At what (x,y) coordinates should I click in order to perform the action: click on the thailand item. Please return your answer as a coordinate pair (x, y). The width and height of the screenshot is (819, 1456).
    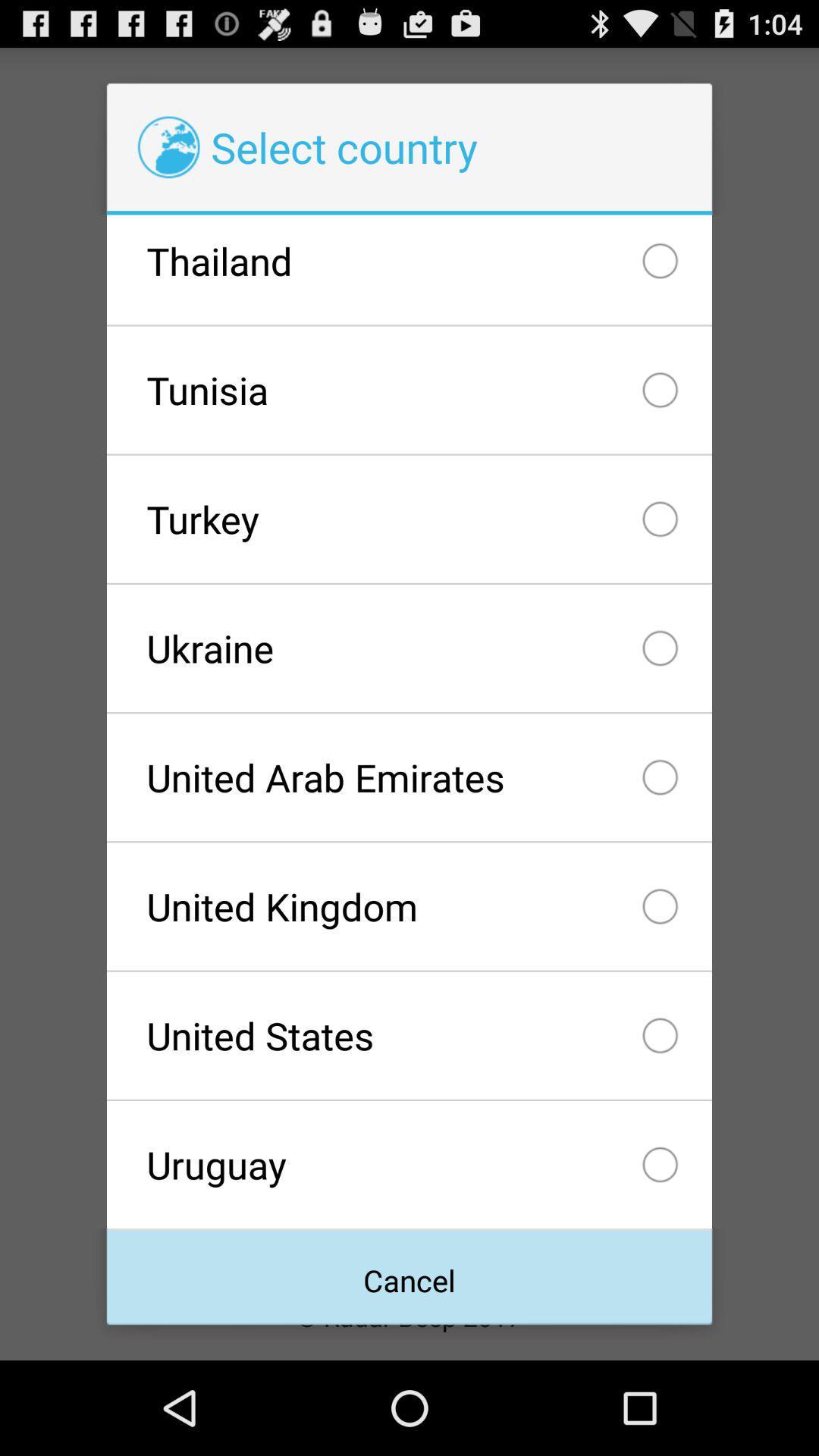
    Looking at the image, I should click on (409, 269).